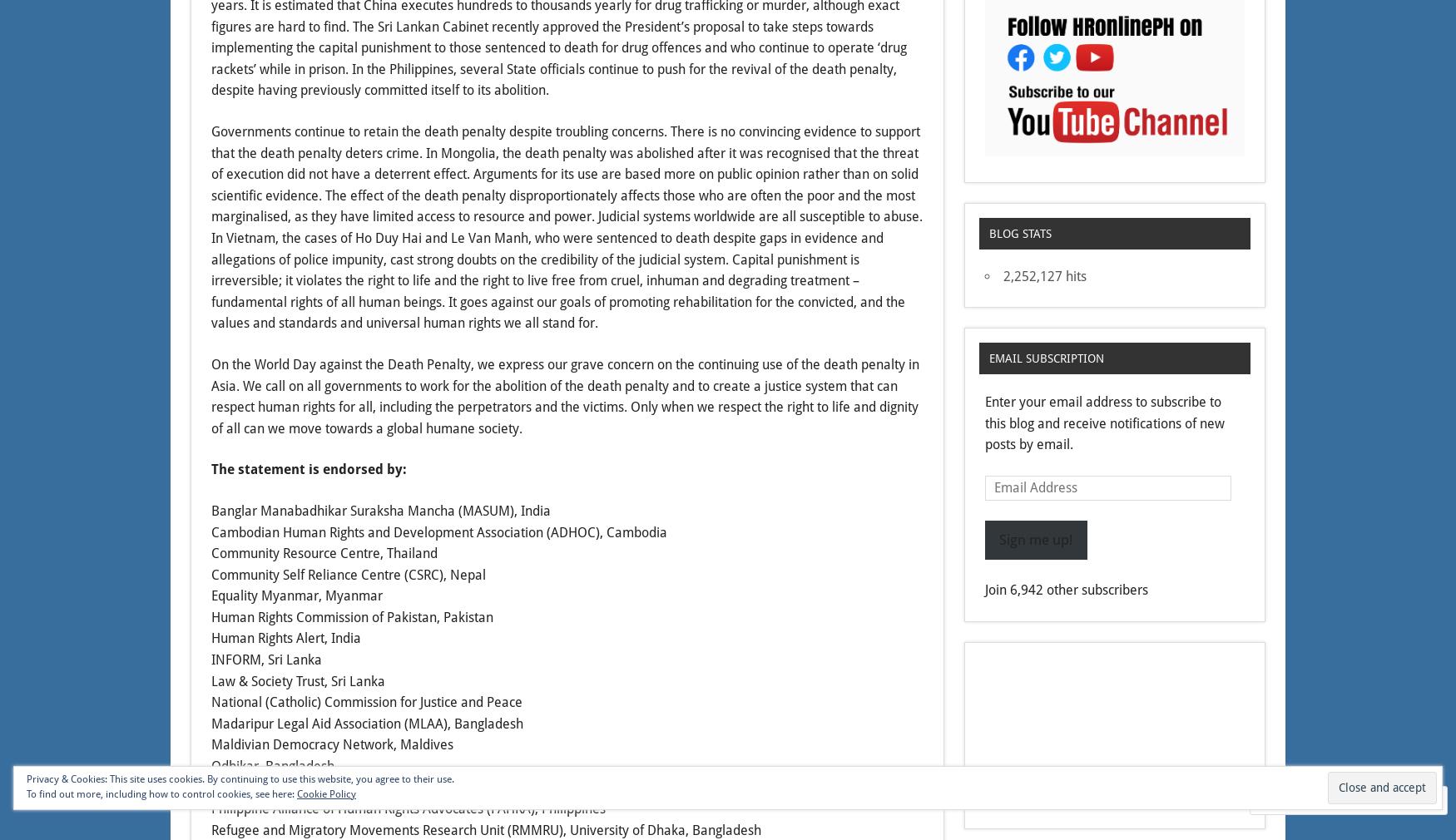 Image resolution: width=1456 pixels, height=840 pixels. What do you see at coordinates (266, 660) in the screenshot?
I see `'INFORM, Sri Lanka'` at bounding box center [266, 660].